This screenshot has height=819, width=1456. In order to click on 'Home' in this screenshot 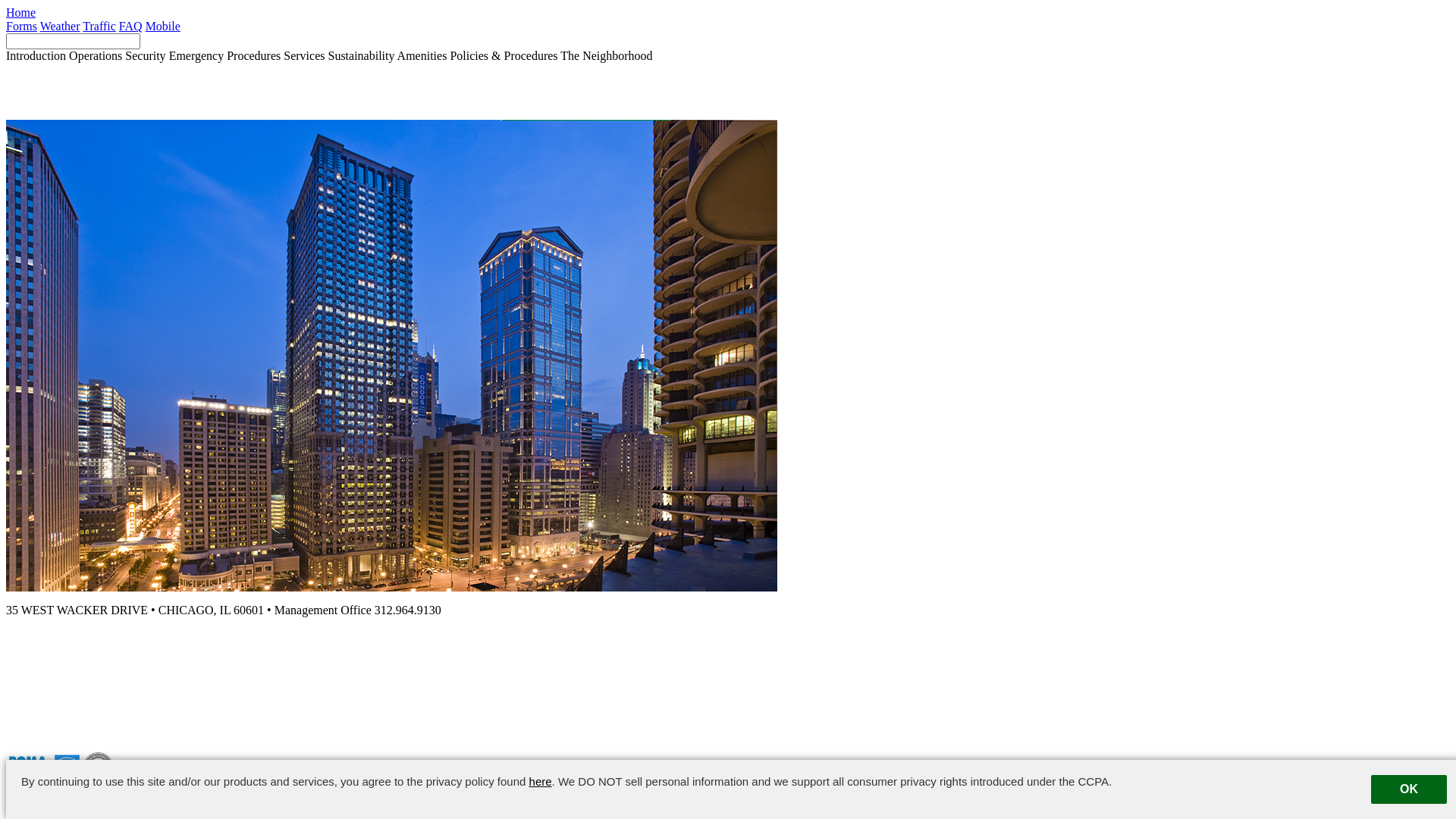, I will do `click(20, 12)`.